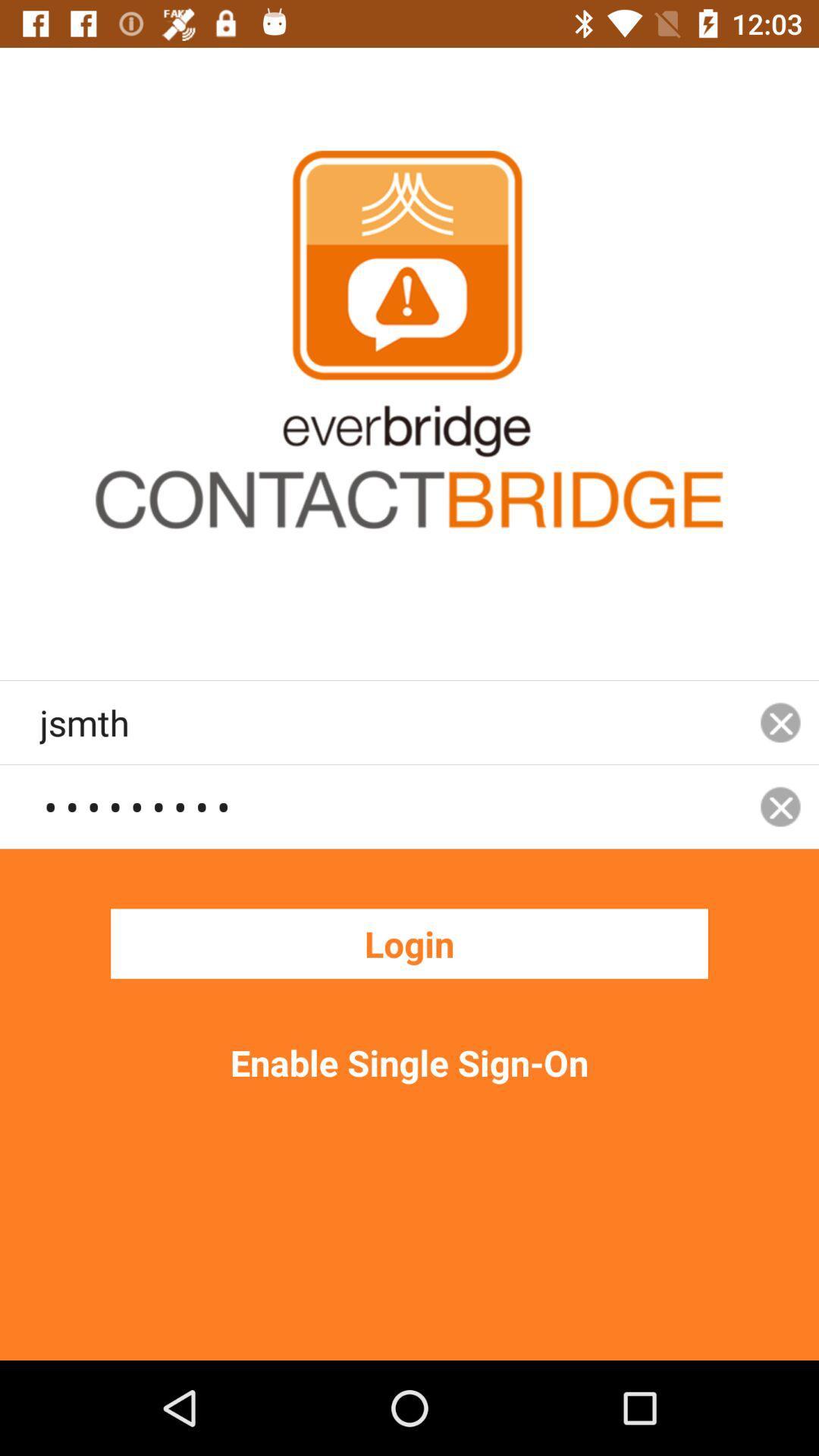  Describe the element at coordinates (780, 721) in the screenshot. I see `the close icon` at that location.